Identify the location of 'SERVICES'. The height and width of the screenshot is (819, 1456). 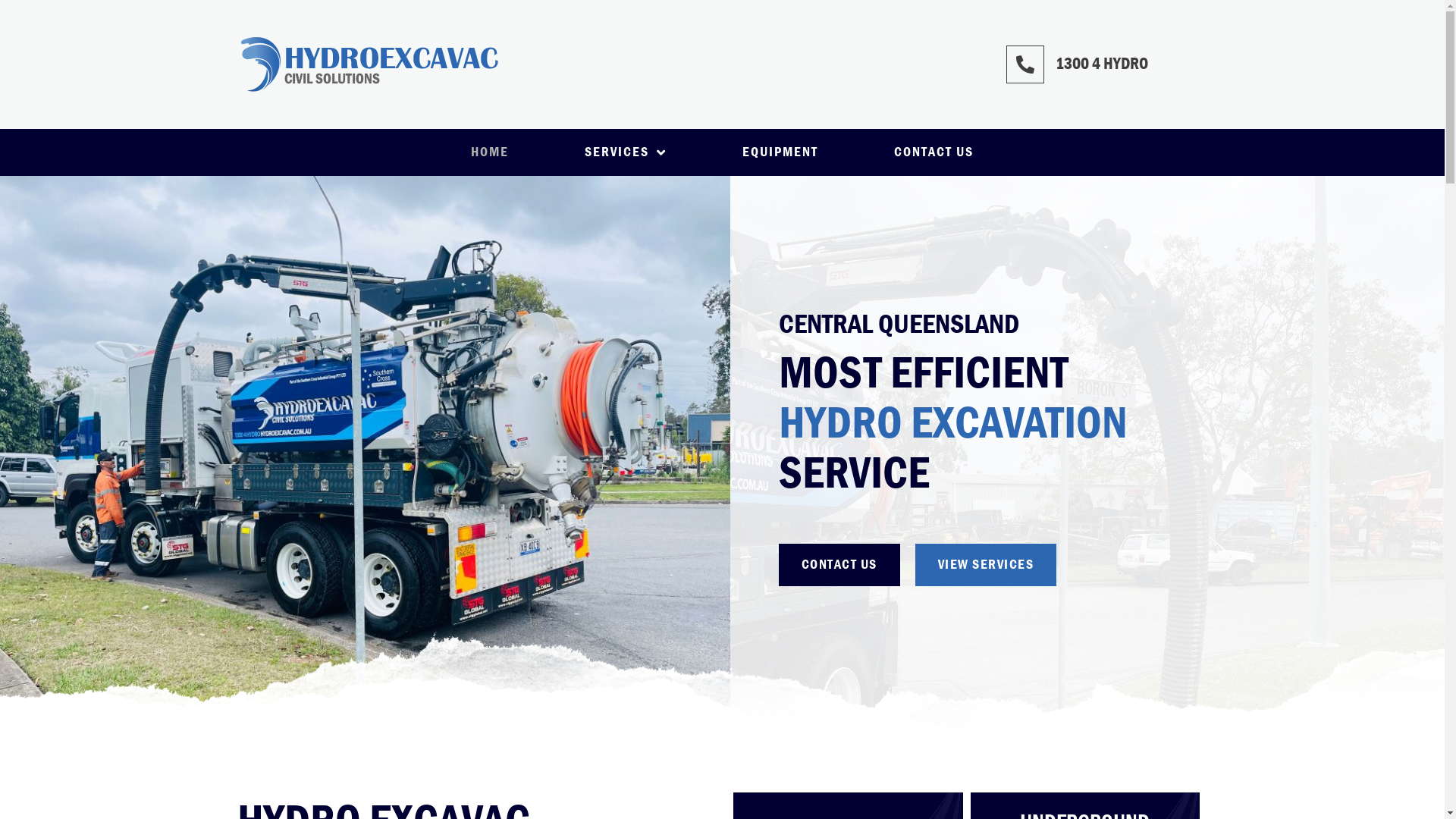
(546, 152).